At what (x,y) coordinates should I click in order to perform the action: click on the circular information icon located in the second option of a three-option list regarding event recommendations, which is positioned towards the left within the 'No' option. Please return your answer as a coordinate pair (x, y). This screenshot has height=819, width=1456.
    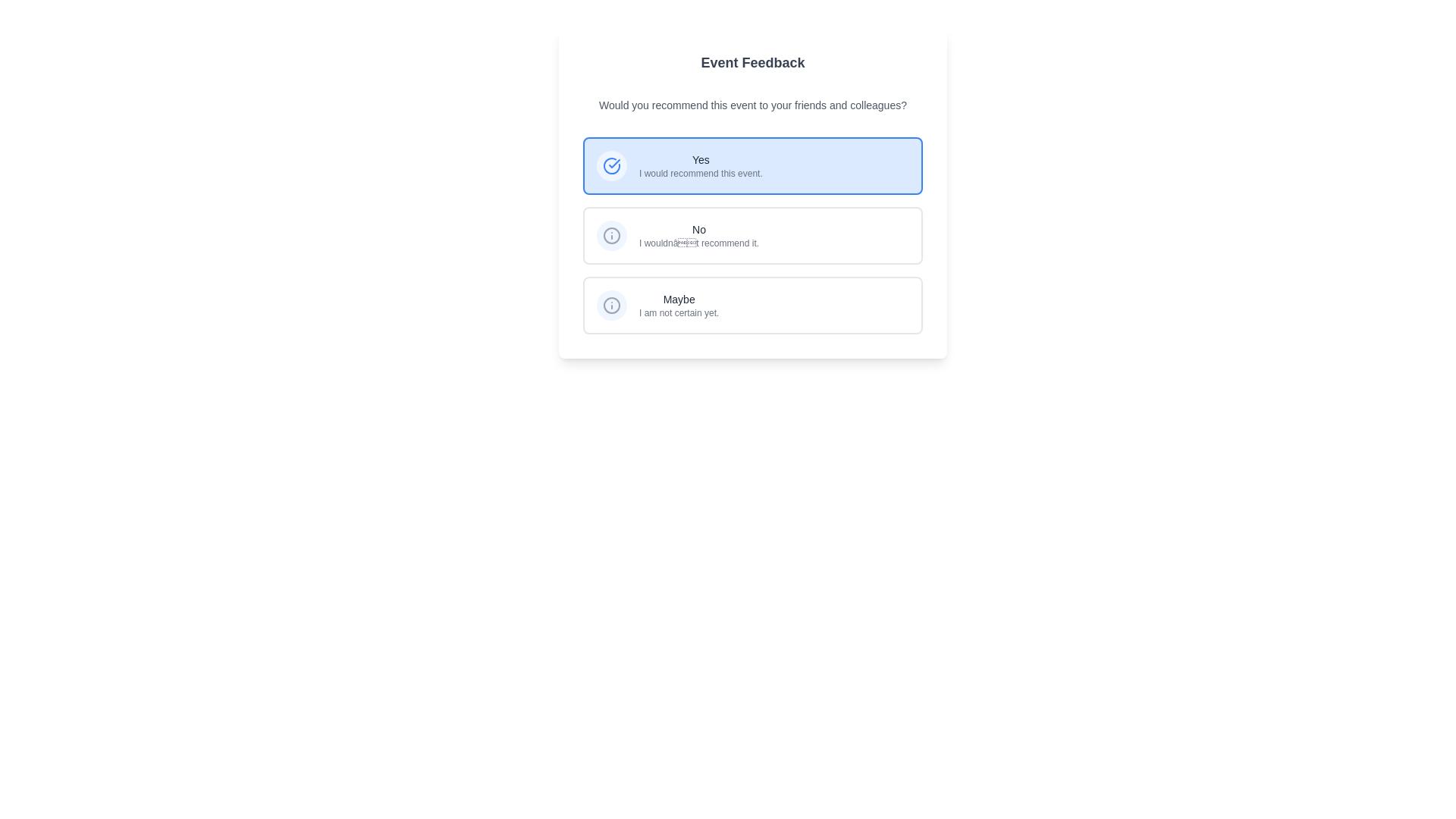
    Looking at the image, I should click on (611, 236).